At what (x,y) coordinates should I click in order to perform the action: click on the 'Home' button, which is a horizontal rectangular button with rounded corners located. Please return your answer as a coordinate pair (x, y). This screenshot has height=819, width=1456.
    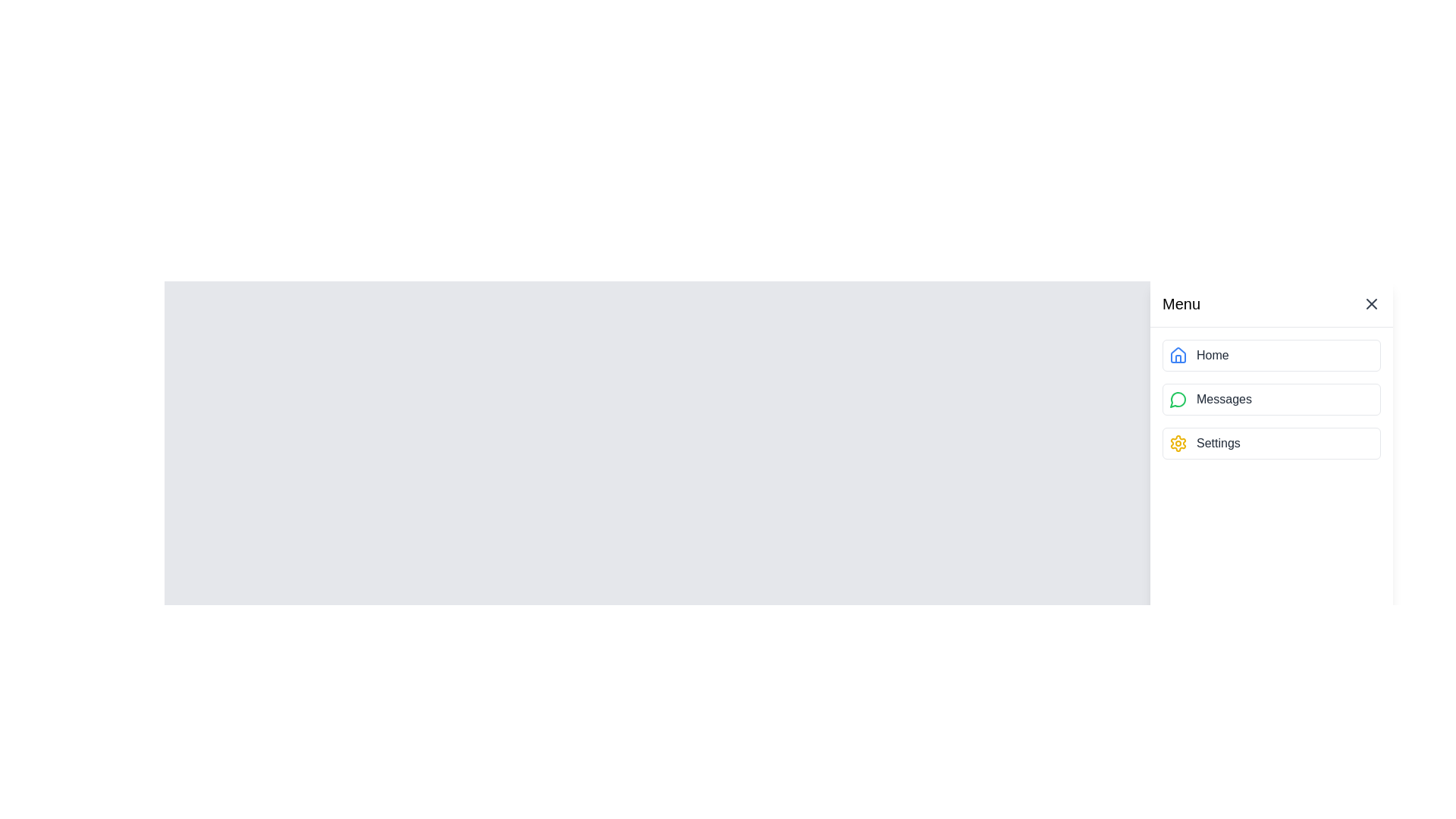
    Looking at the image, I should click on (1271, 356).